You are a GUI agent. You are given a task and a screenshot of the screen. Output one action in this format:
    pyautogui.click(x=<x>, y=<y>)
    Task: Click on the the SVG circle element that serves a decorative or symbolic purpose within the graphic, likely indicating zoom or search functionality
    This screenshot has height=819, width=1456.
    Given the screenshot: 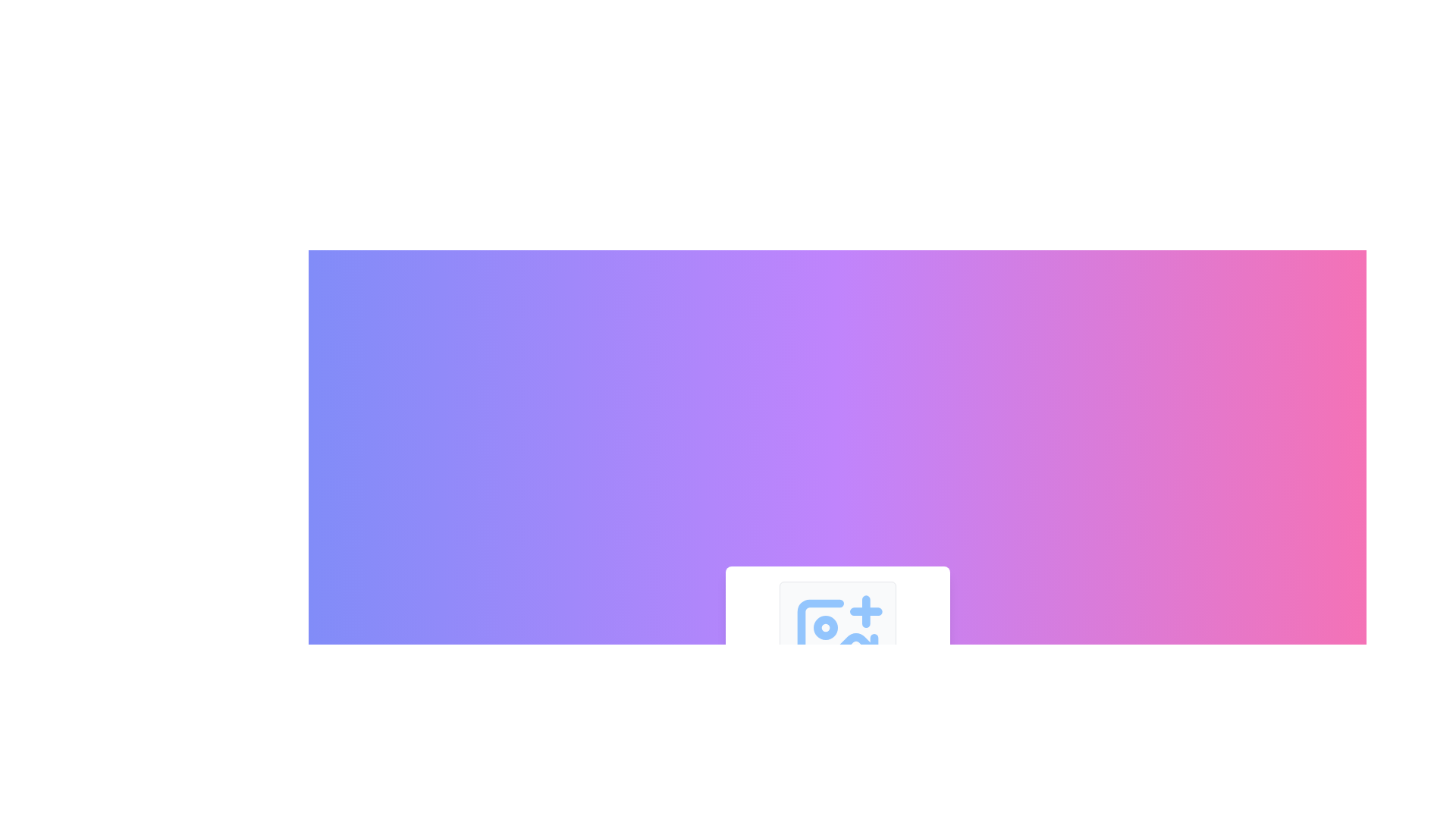 What is the action you would take?
    pyautogui.click(x=810, y=723)
    